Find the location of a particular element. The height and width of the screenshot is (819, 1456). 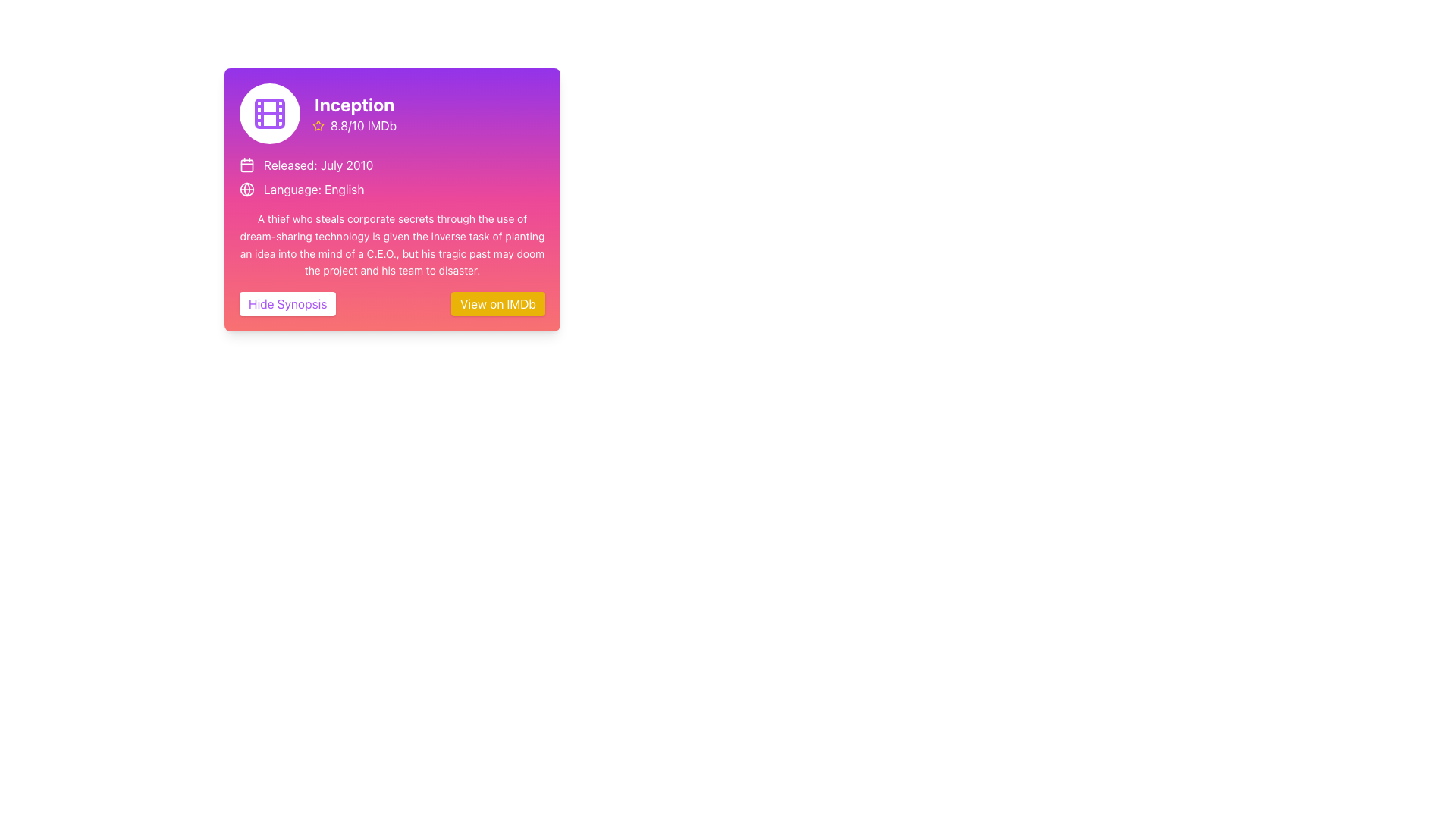

the text element displaying 'Released: July 2010' which is positioned to the right of a small calendar icon and below the heading 'Inception' is located at coordinates (318, 165).